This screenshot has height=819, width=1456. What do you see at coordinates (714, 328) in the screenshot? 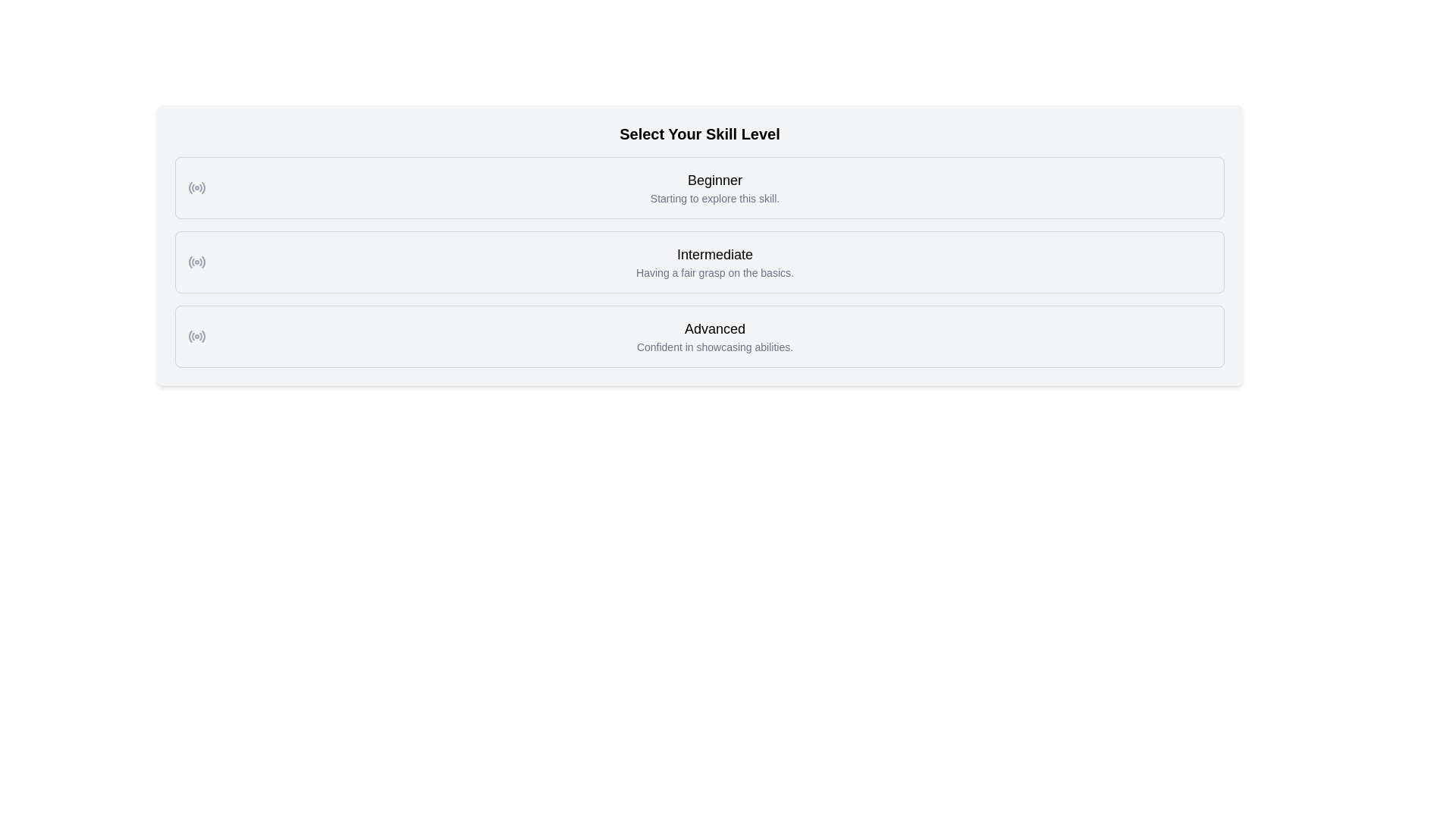
I see `text label displaying 'Advanced' which is bold and larger than the accompanying text, positioned at the top of the card-like component` at bounding box center [714, 328].